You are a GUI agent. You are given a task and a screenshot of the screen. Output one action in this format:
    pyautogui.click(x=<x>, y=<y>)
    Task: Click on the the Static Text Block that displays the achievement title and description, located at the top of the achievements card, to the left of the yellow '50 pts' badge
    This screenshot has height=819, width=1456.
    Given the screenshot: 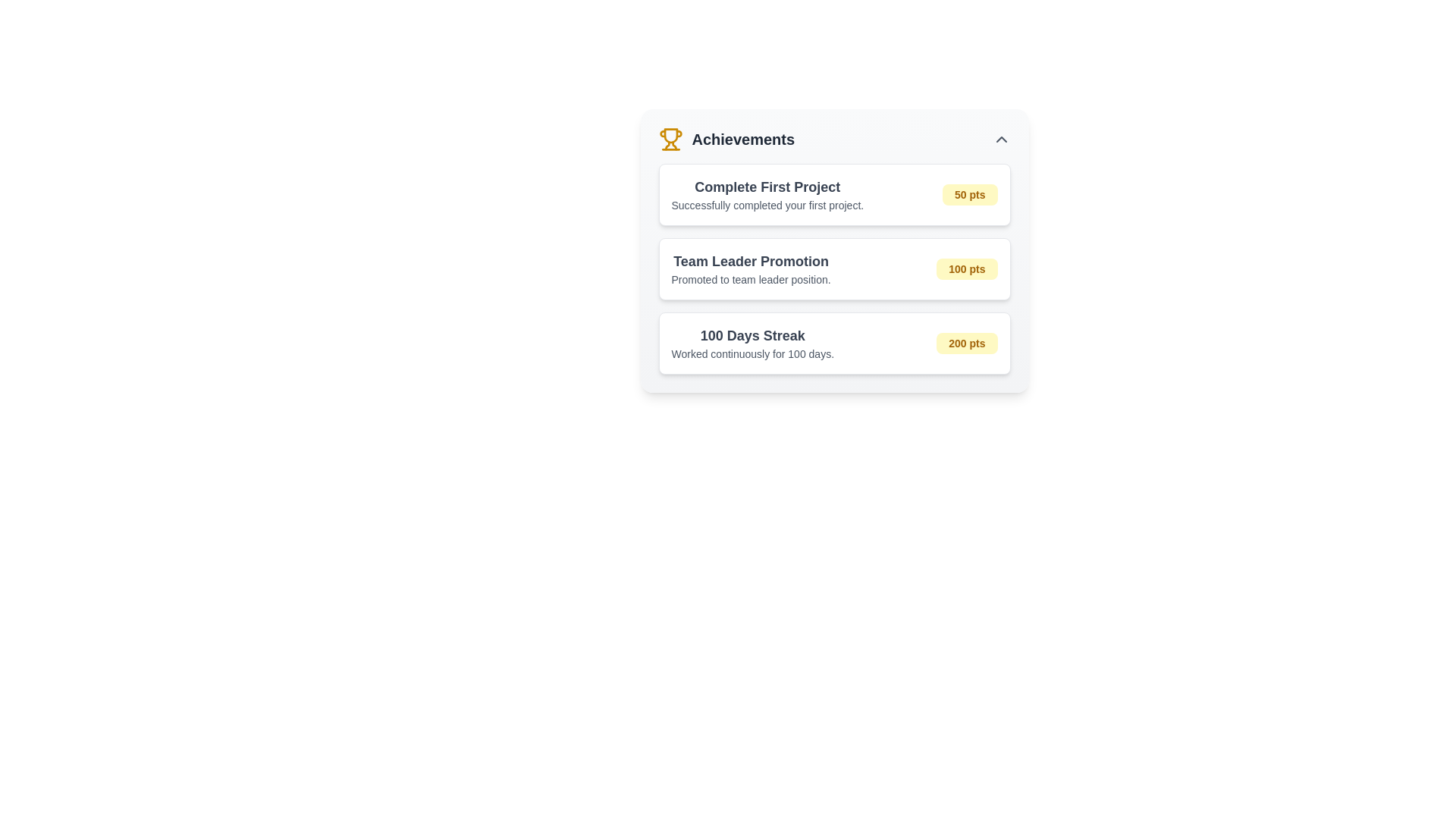 What is the action you would take?
    pyautogui.click(x=767, y=194)
    